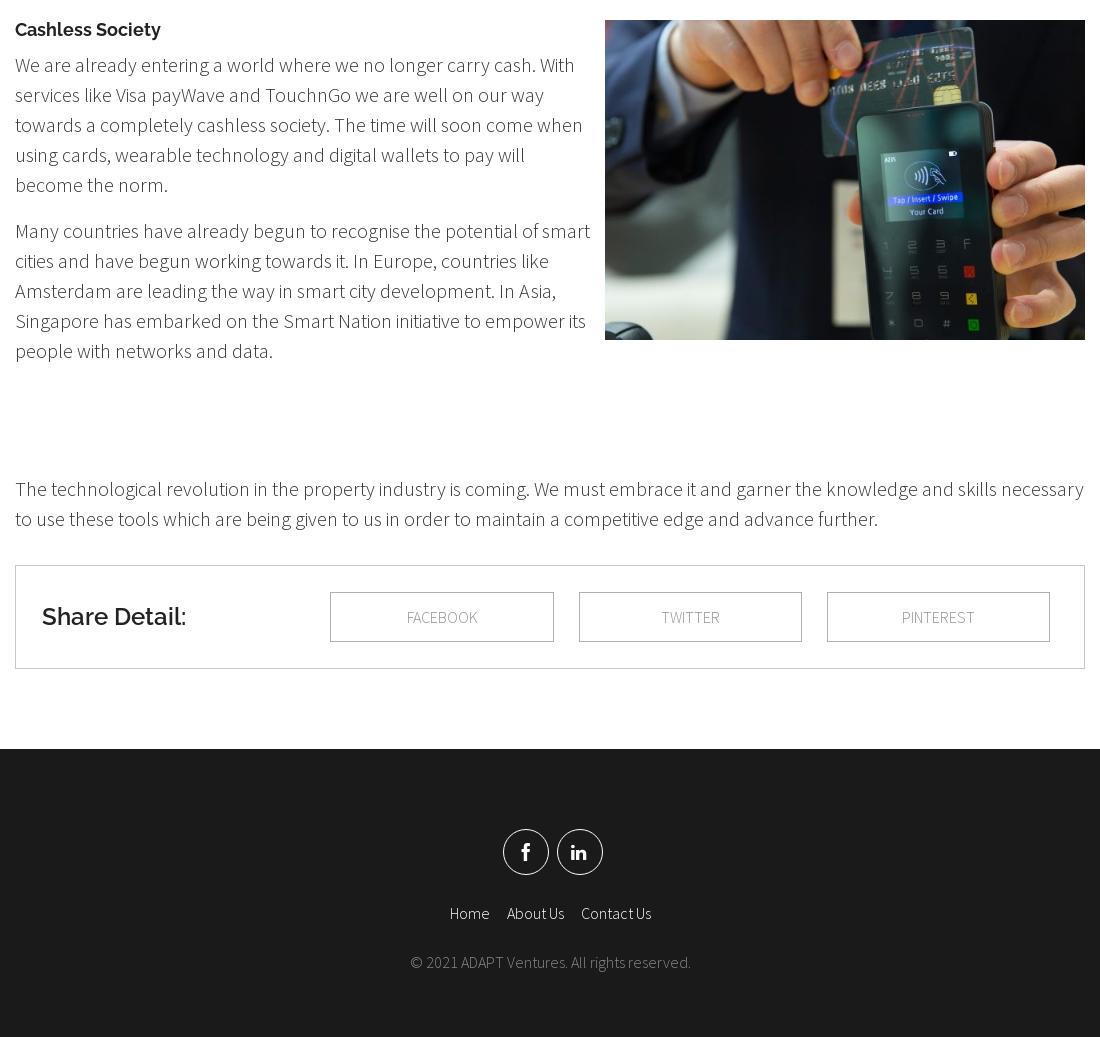 Image resolution: width=1100 pixels, height=1037 pixels. I want to click on 'Facebook', so click(440, 615).